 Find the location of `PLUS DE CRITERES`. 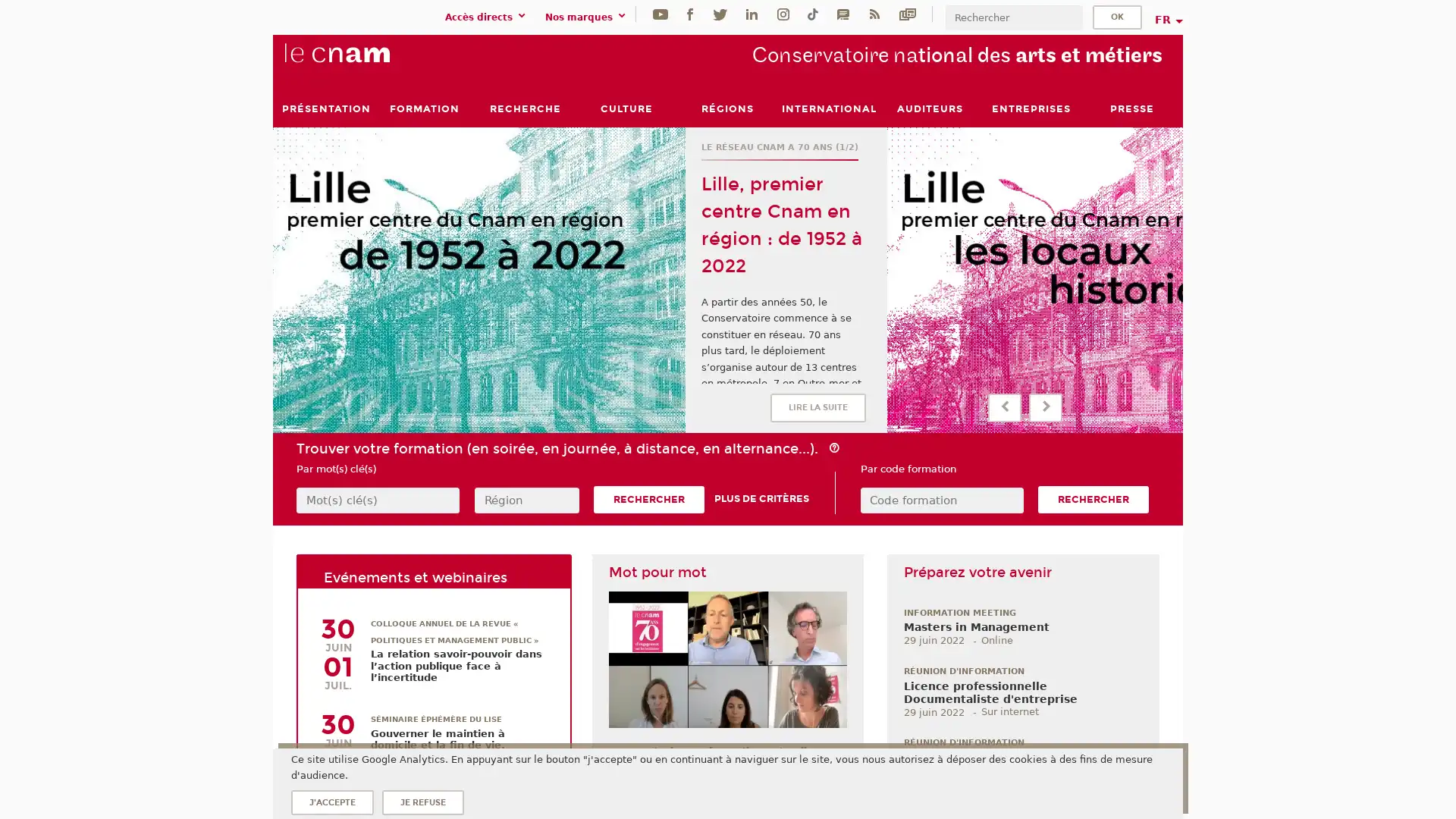

PLUS DE CRITERES is located at coordinates (761, 499).